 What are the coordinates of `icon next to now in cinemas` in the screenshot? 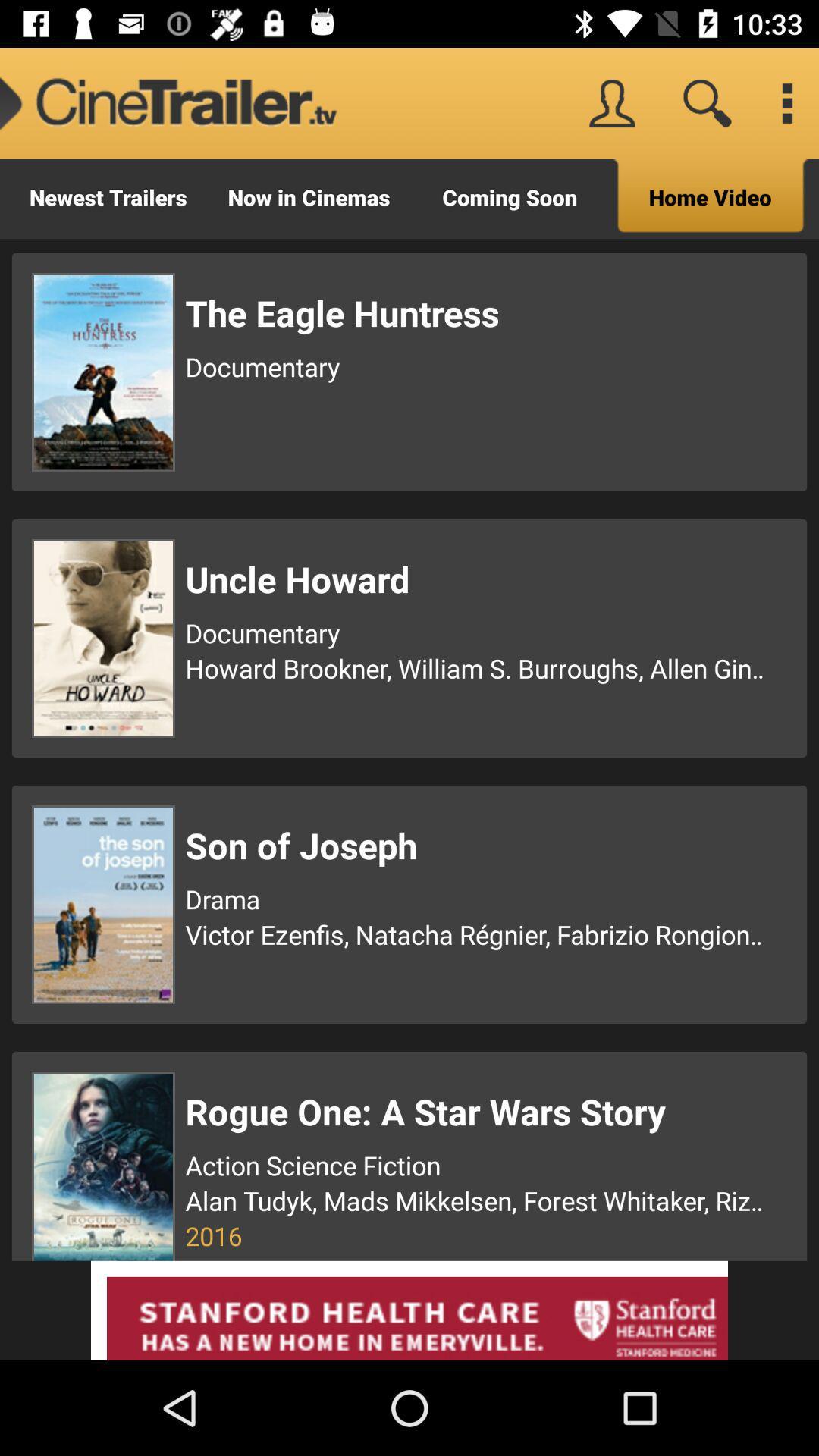 It's located at (107, 198).